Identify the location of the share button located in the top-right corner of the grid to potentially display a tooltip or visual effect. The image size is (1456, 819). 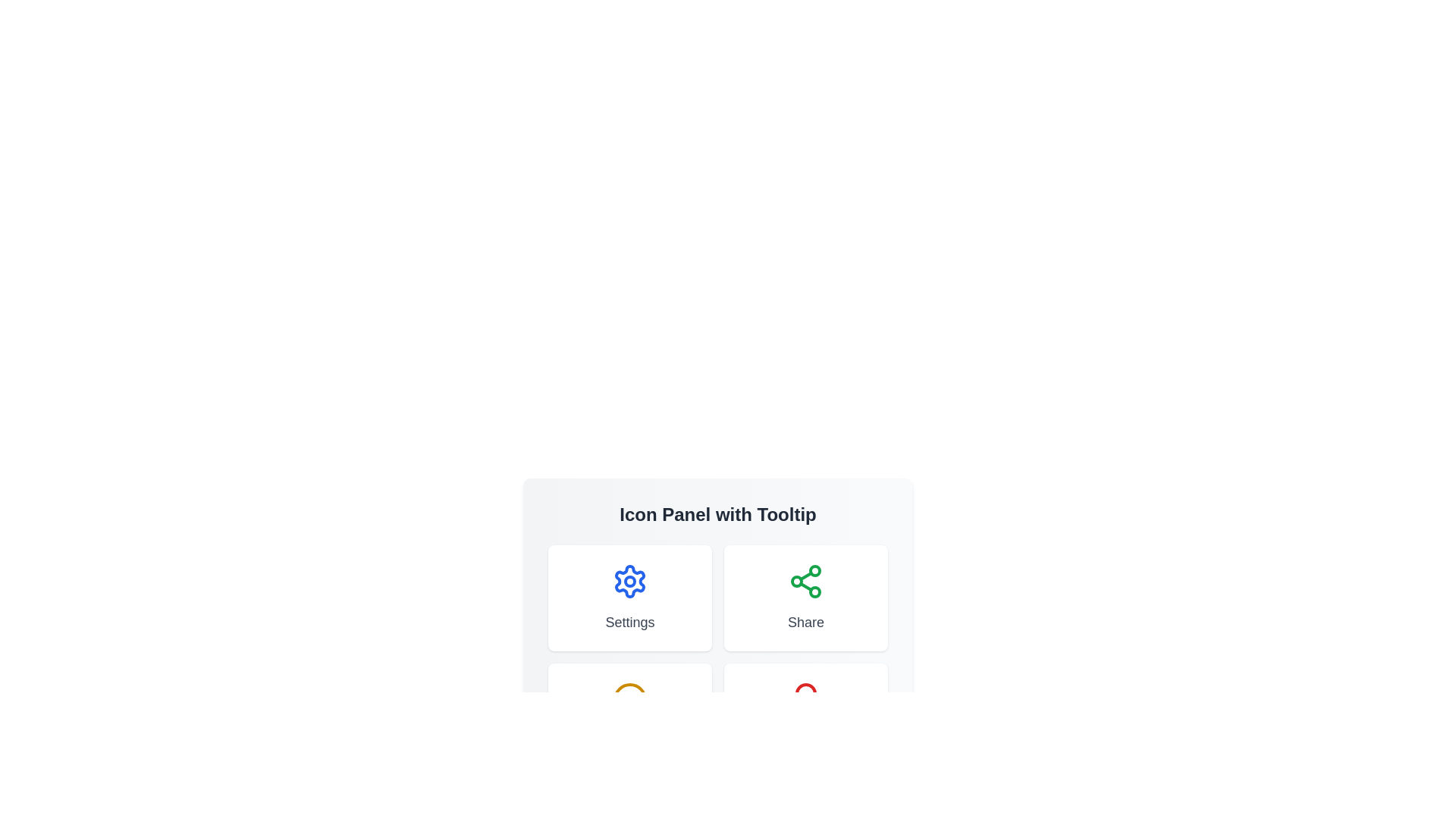
(805, 598).